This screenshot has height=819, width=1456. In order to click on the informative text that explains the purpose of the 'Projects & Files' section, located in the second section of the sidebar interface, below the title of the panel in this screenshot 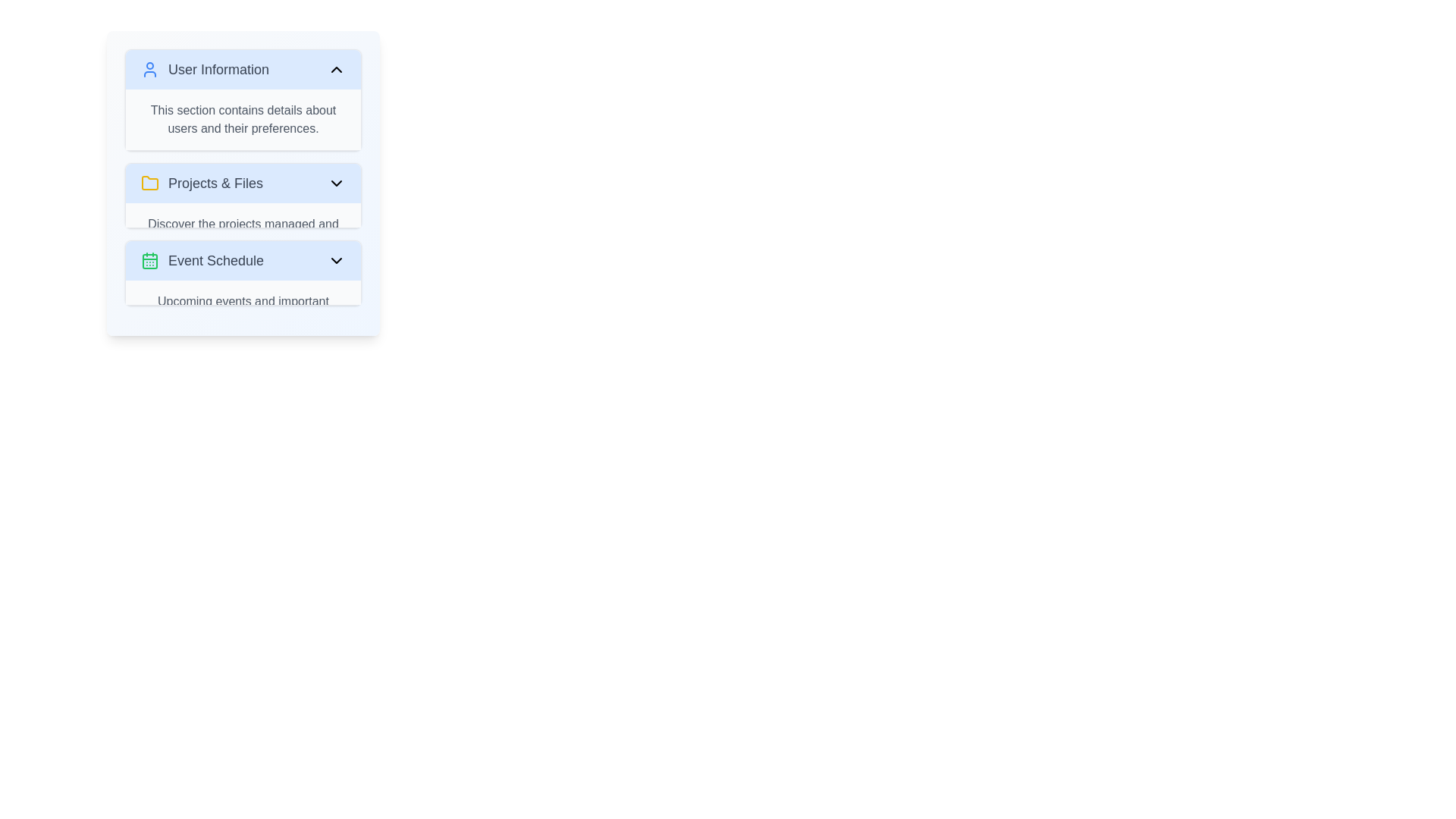, I will do `click(243, 215)`.